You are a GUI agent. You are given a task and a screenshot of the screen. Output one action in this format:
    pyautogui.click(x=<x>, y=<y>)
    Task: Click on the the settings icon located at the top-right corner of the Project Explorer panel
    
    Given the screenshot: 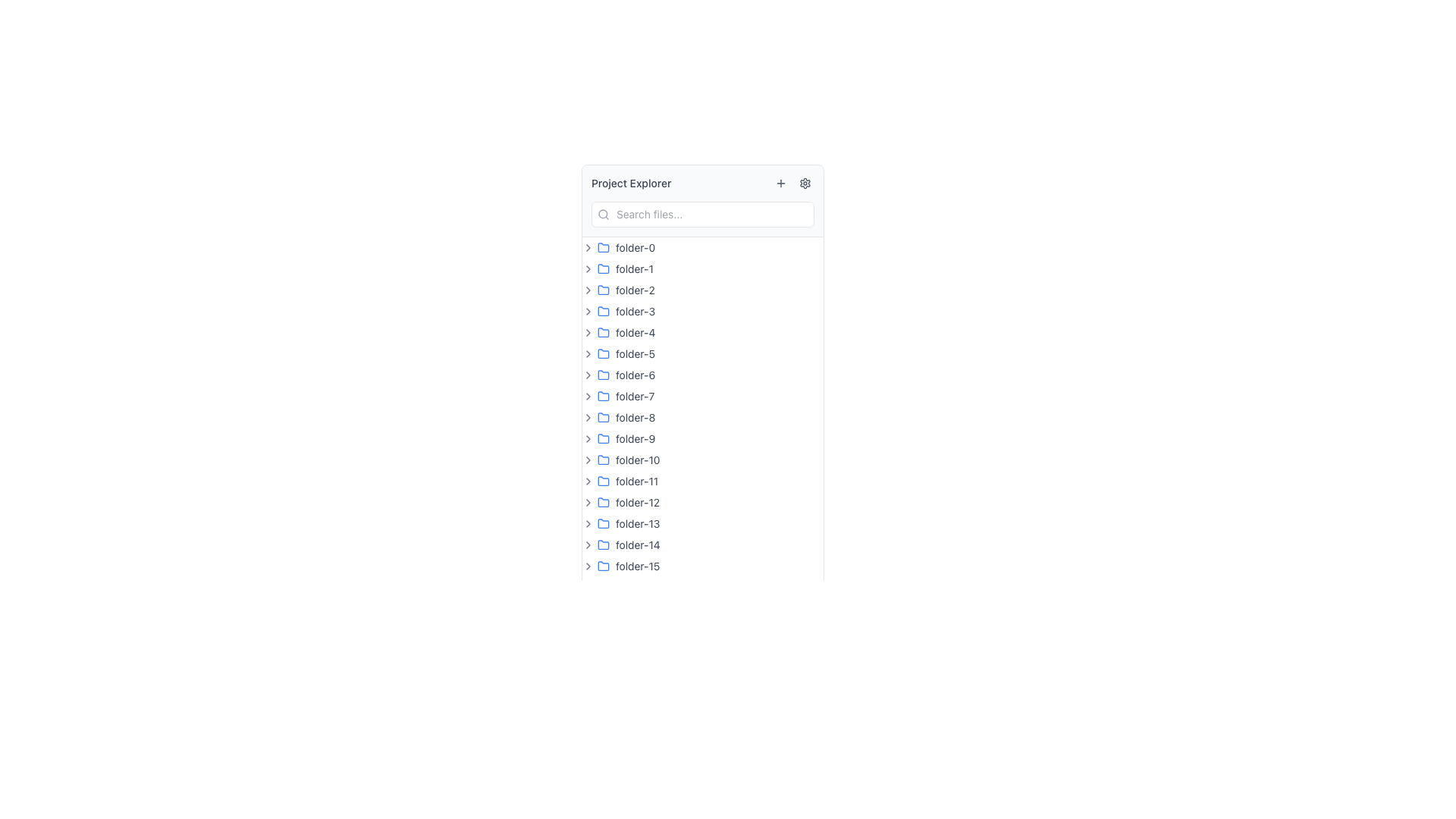 What is the action you would take?
    pyautogui.click(x=804, y=183)
    